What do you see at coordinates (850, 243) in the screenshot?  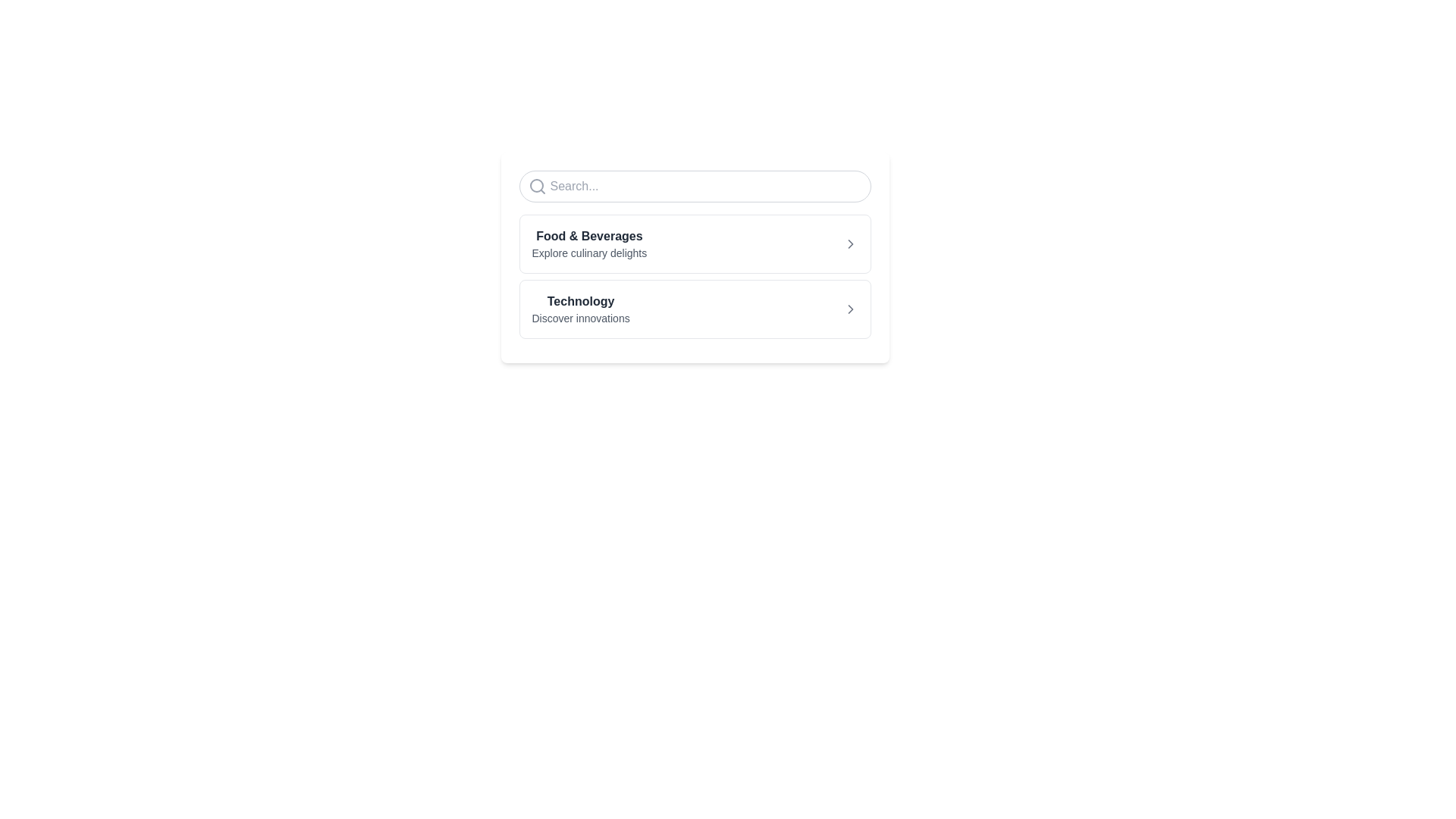 I see `the right-facing chevron arrow icon located to the far right of the 'Food & Beverages' list item` at bounding box center [850, 243].